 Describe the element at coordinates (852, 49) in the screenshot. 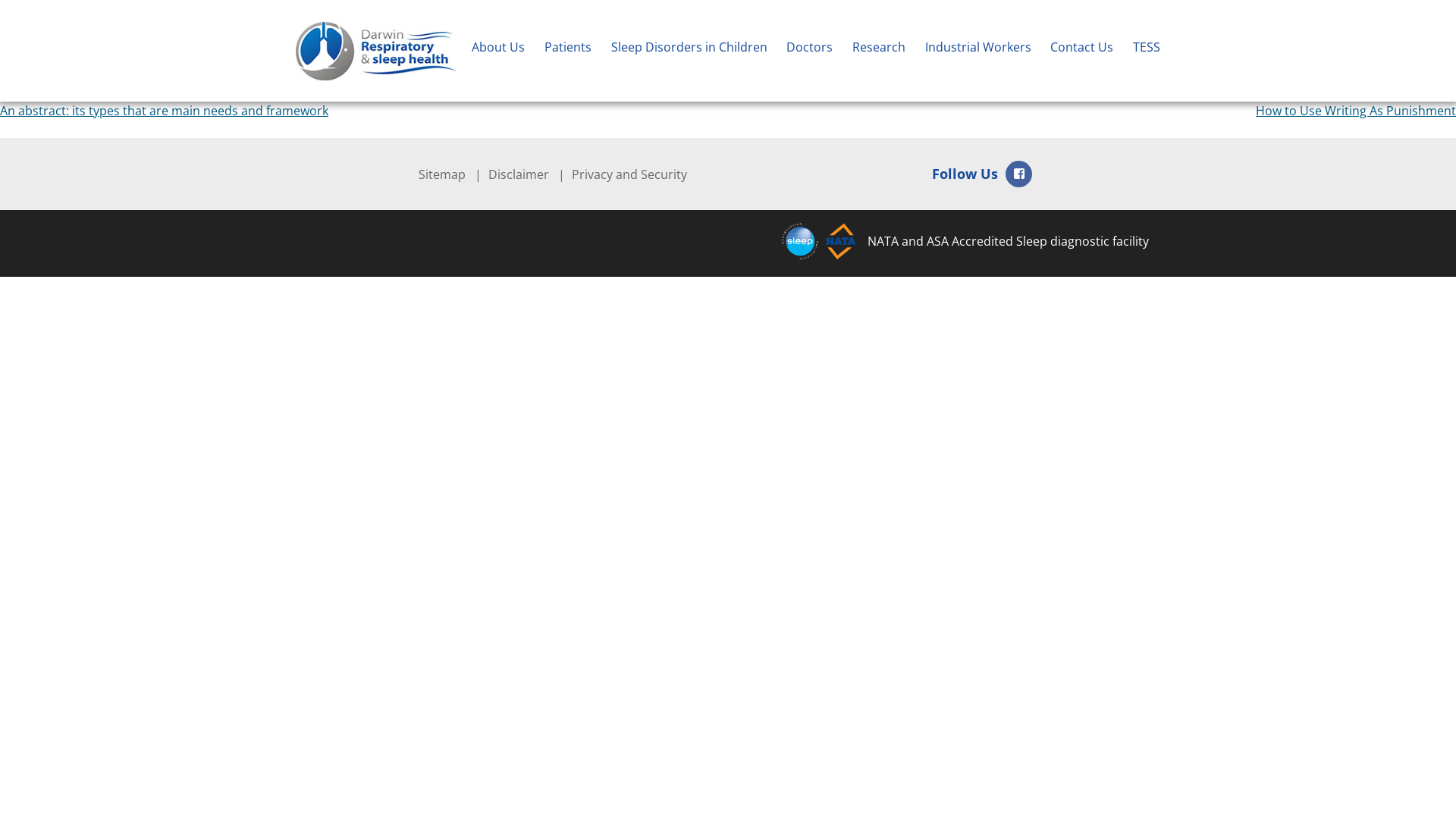

I see `'Research'` at that location.